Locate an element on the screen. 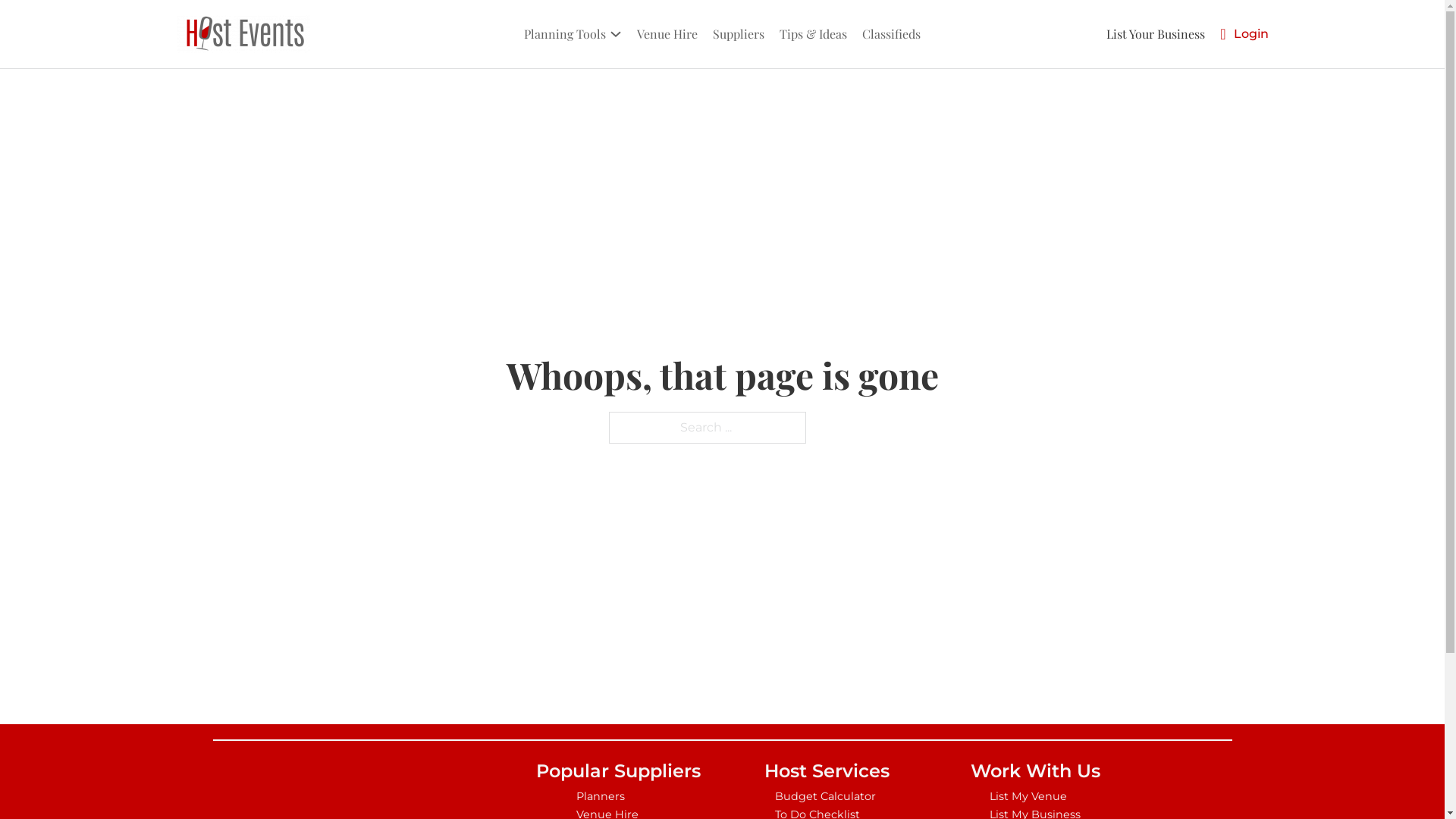 The width and height of the screenshot is (1456, 819). 'Tips & Ideas' is located at coordinates (812, 33).